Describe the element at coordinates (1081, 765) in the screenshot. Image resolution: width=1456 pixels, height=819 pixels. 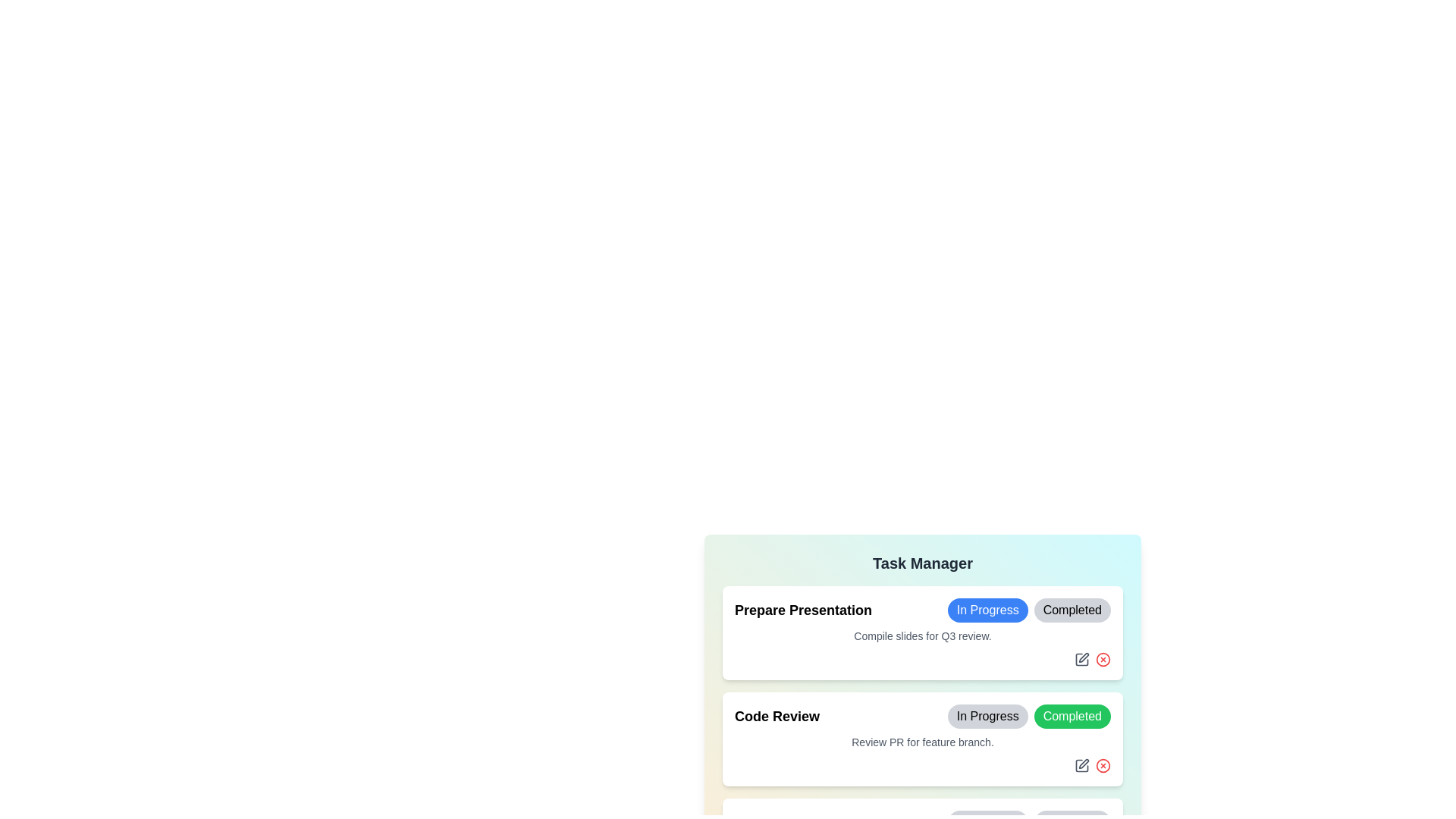
I see `the edit icon for the task titled 'Code Review'` at that location.